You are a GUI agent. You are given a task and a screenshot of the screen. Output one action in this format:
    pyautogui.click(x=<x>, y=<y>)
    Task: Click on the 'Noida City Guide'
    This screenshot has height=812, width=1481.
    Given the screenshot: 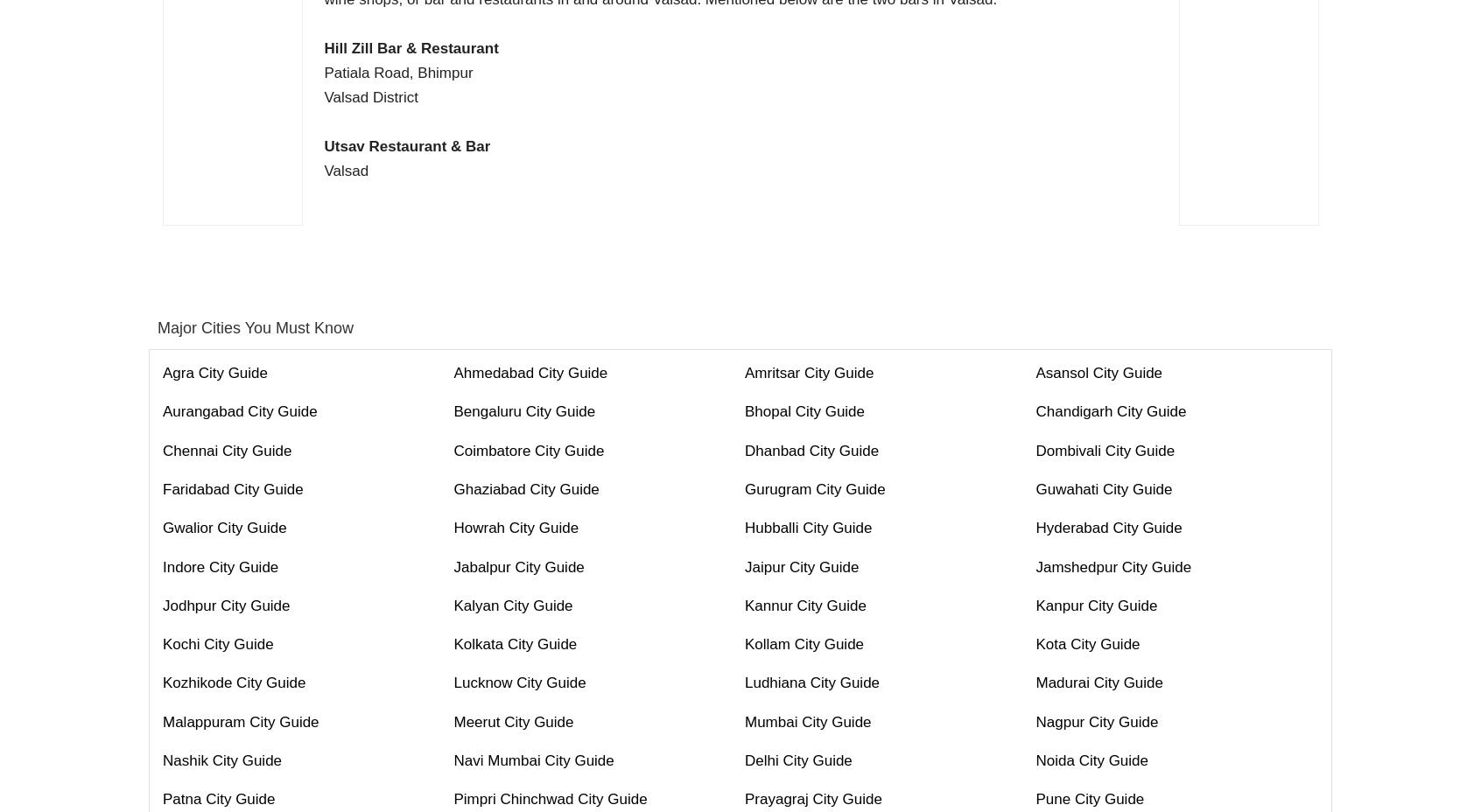 What is the action you would take?
    pyautogui.click(x=1091, y=760)
    